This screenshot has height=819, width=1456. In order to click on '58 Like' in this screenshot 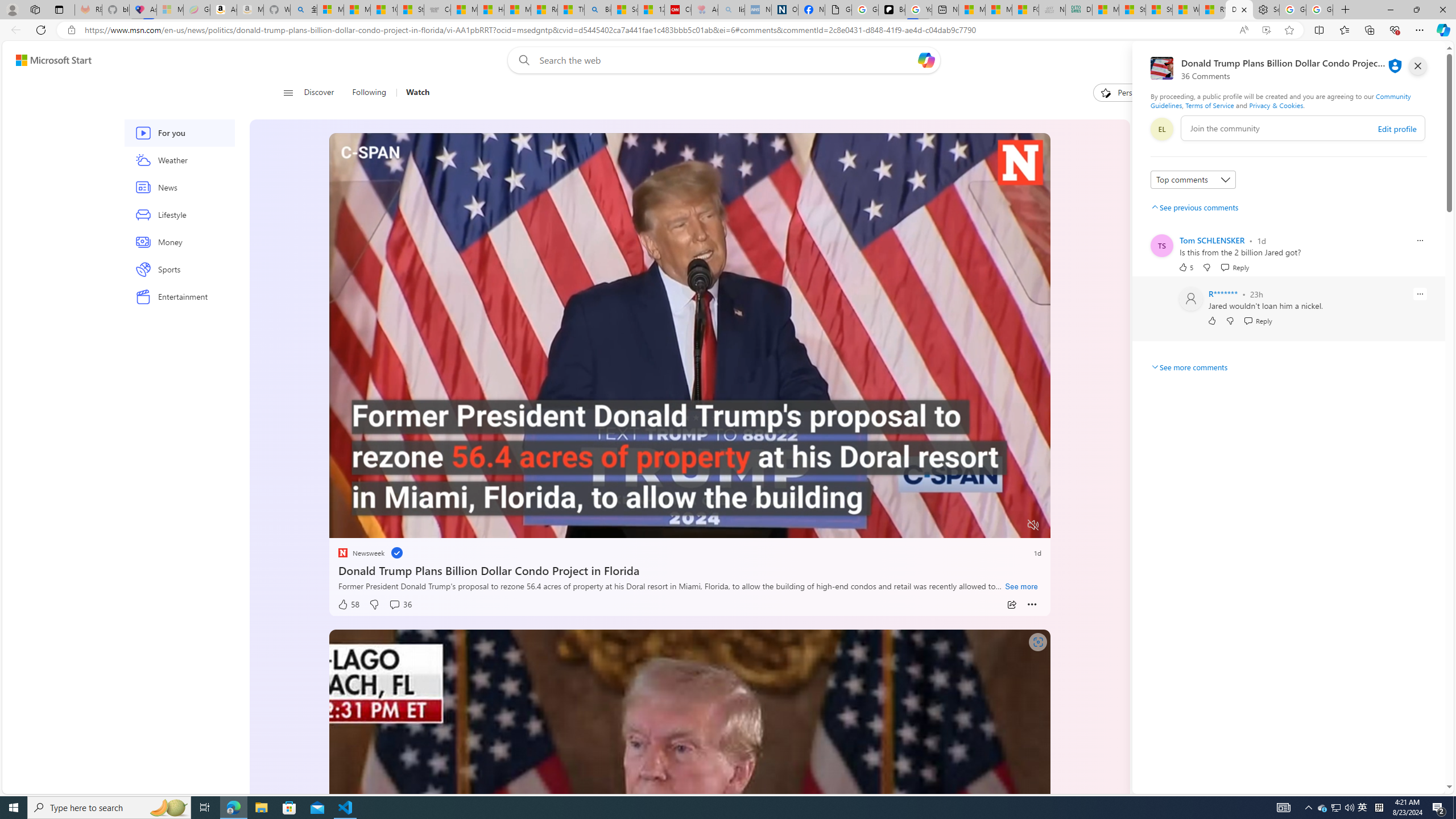, I will do `click(348, 604)`.